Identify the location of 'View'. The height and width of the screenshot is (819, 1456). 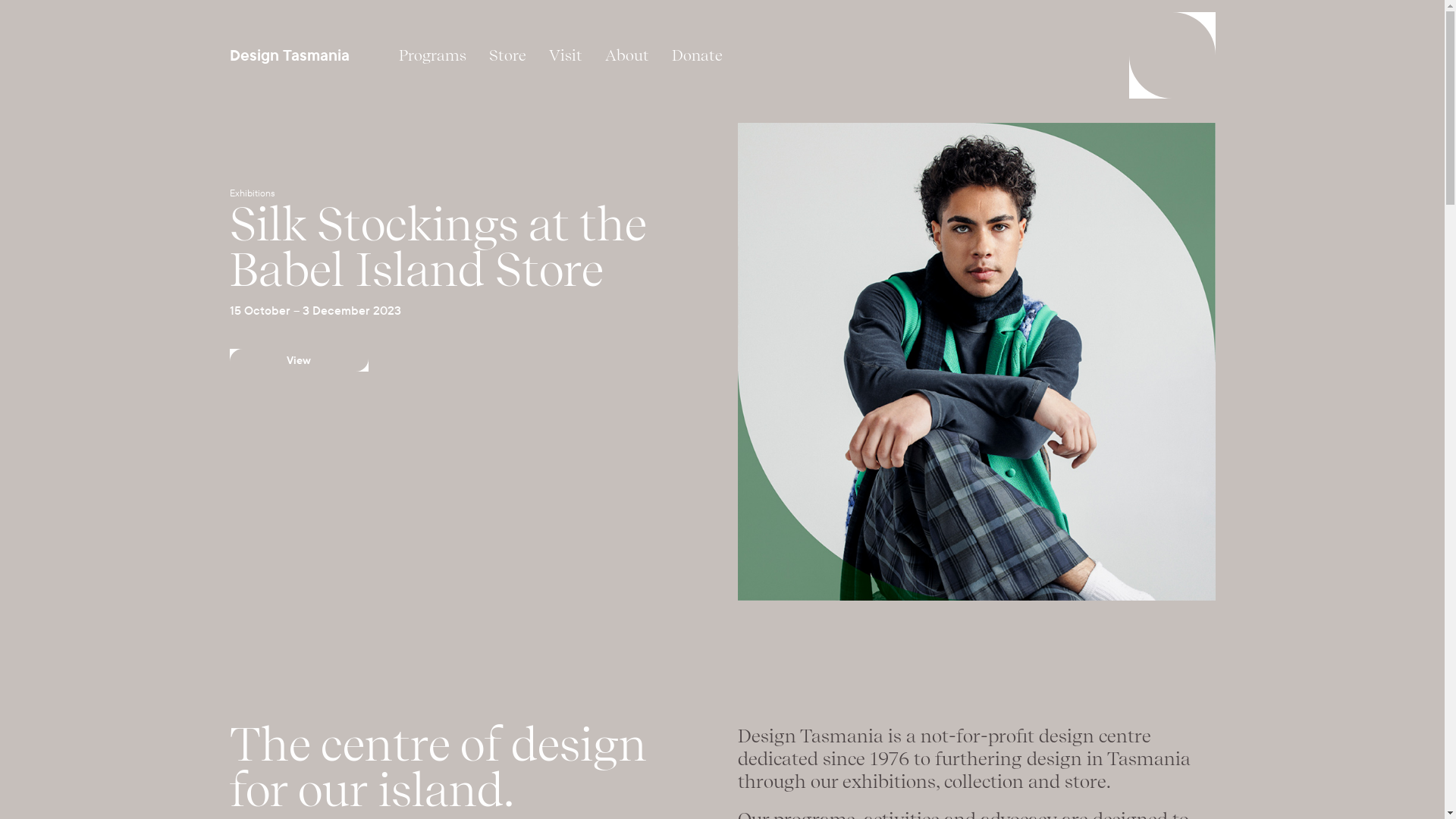
(298, 359).